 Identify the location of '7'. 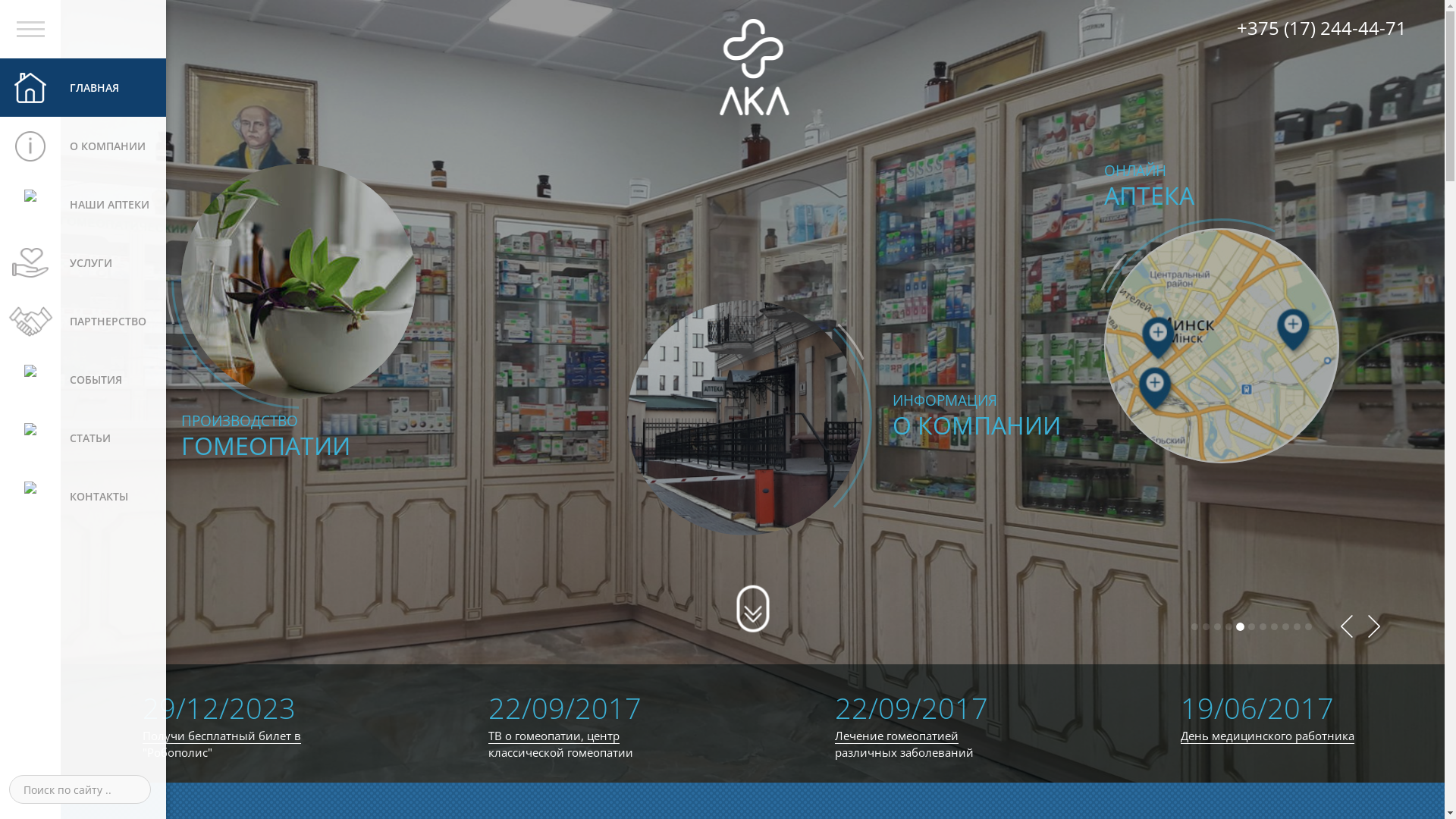
(1263, 626).